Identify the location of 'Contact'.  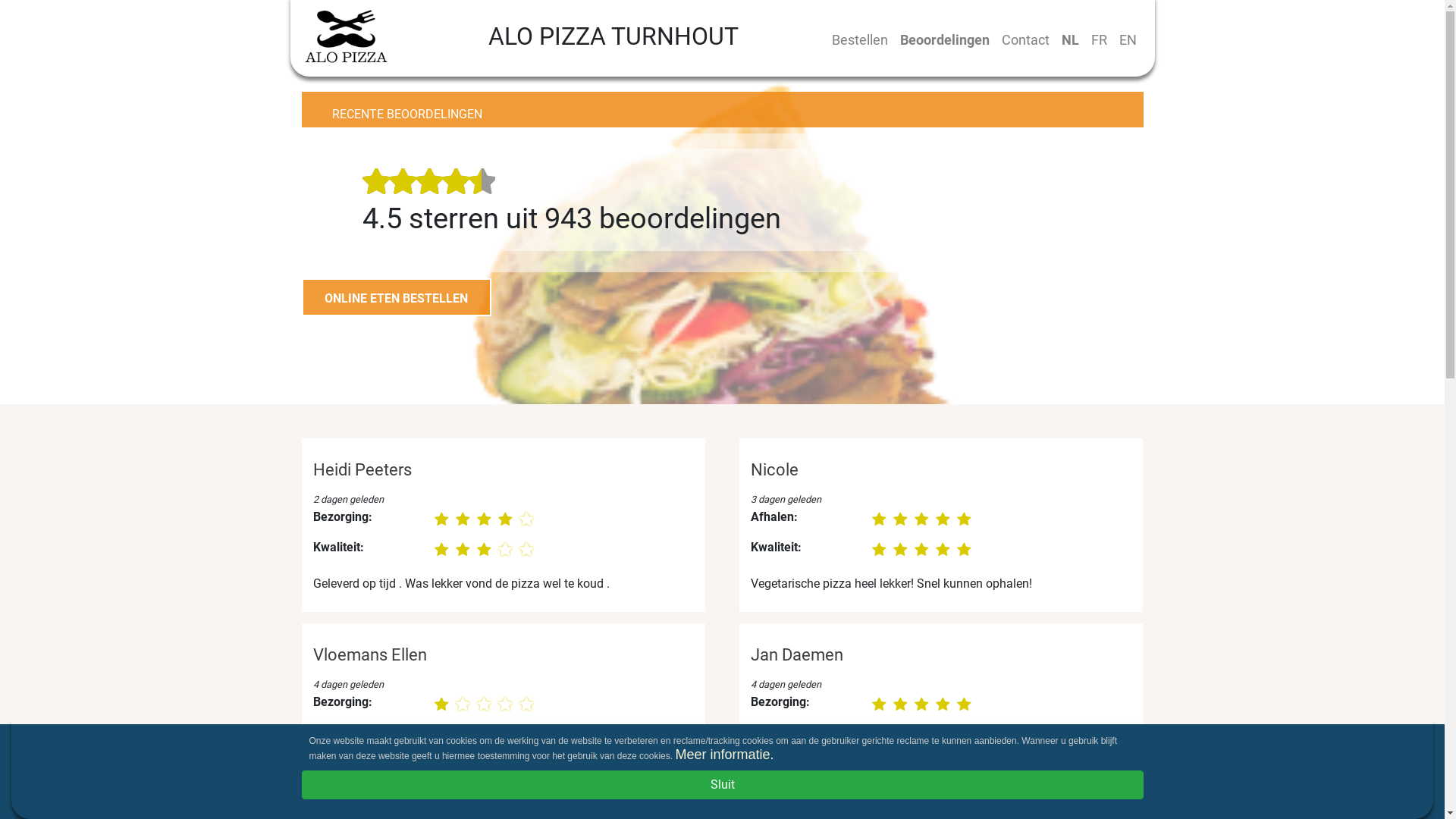
(1025, 39).